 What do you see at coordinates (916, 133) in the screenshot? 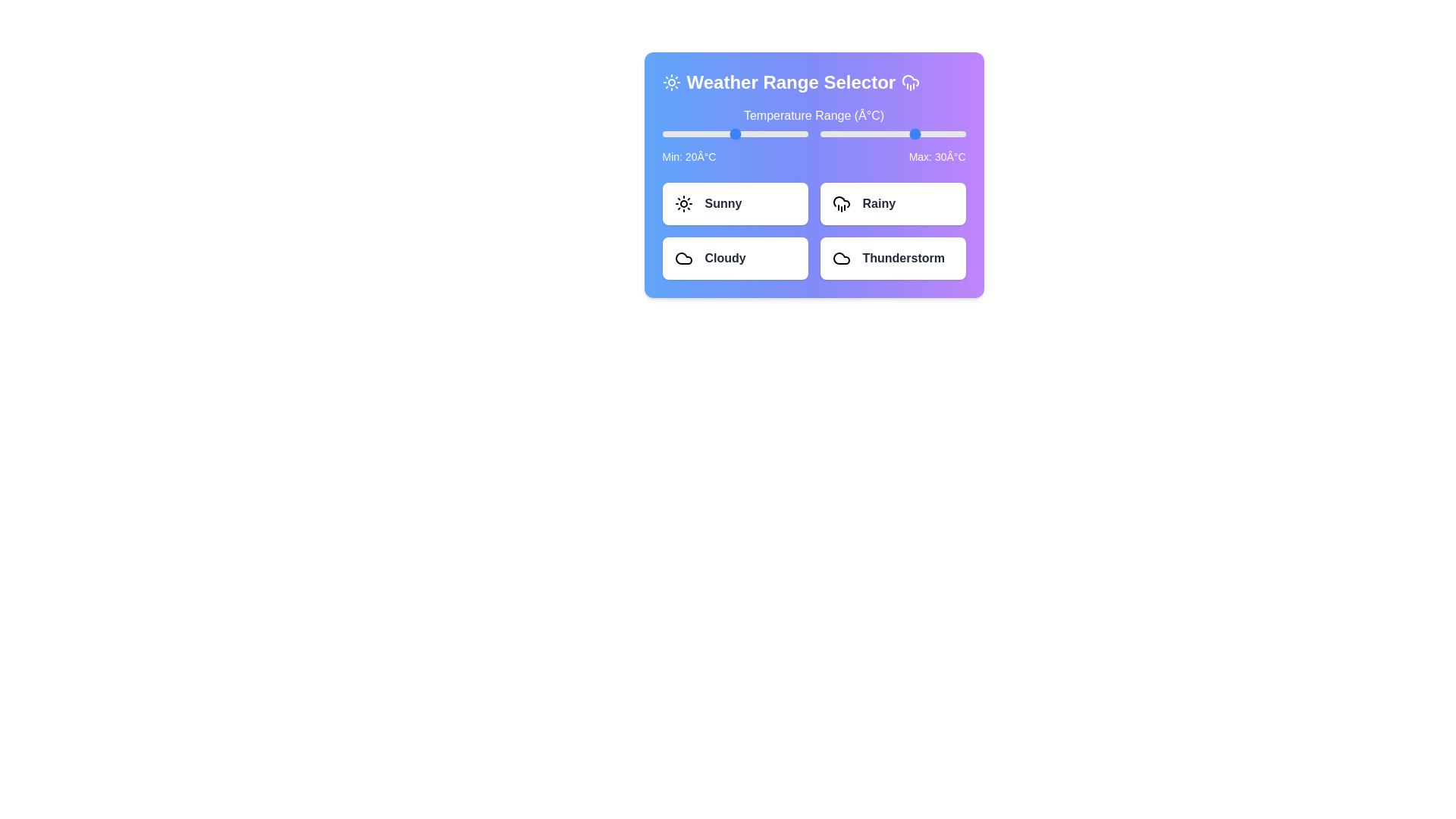
I see `the maximum temperature slider to 30°C` at bounding box center [916, 133].